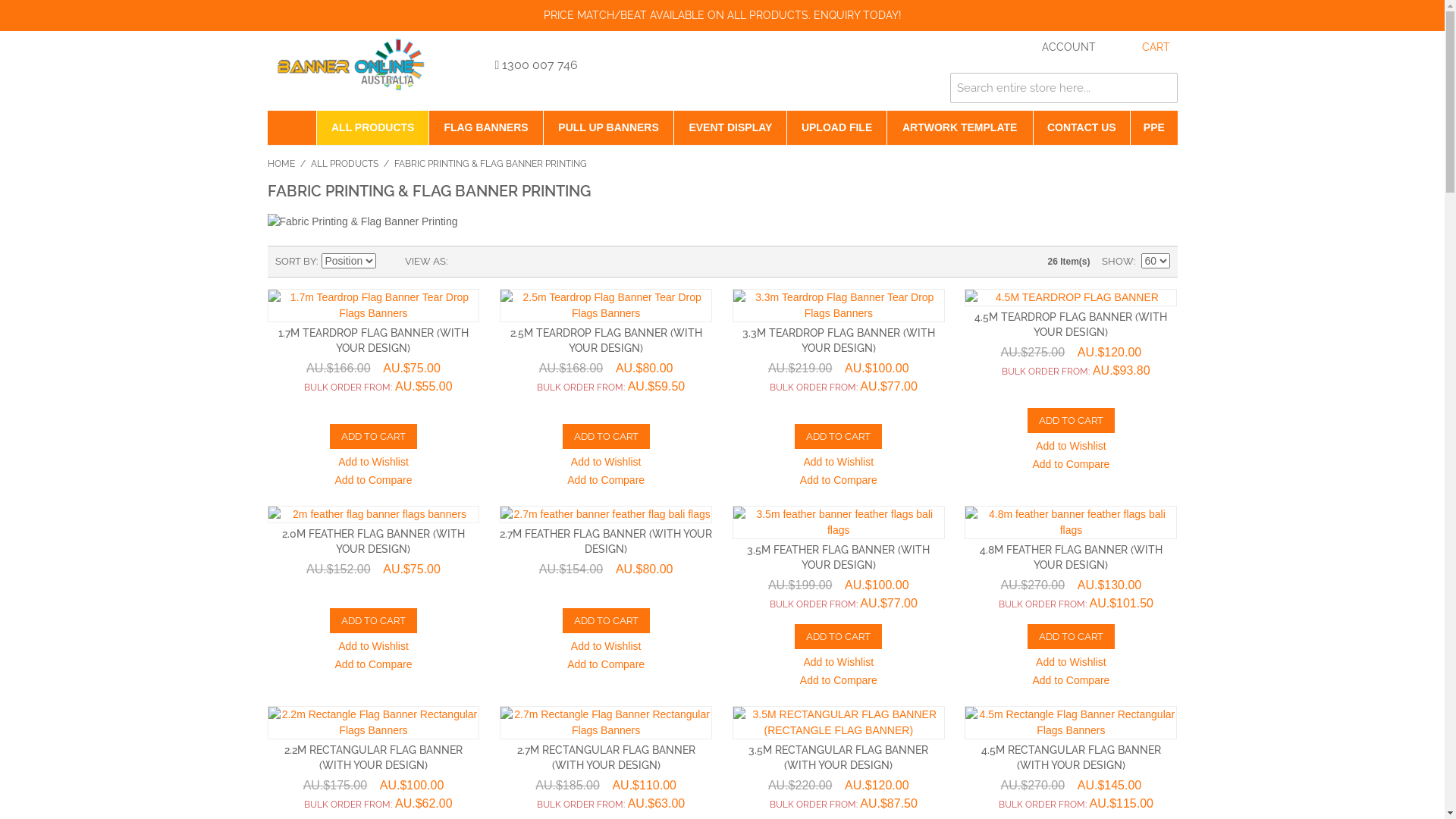 The image size is (1456, 819). What do you see at coordinates (608, 127) in the screenshot?
I see `'PULL UP BANNERS'` at bounding box center [608, 127].